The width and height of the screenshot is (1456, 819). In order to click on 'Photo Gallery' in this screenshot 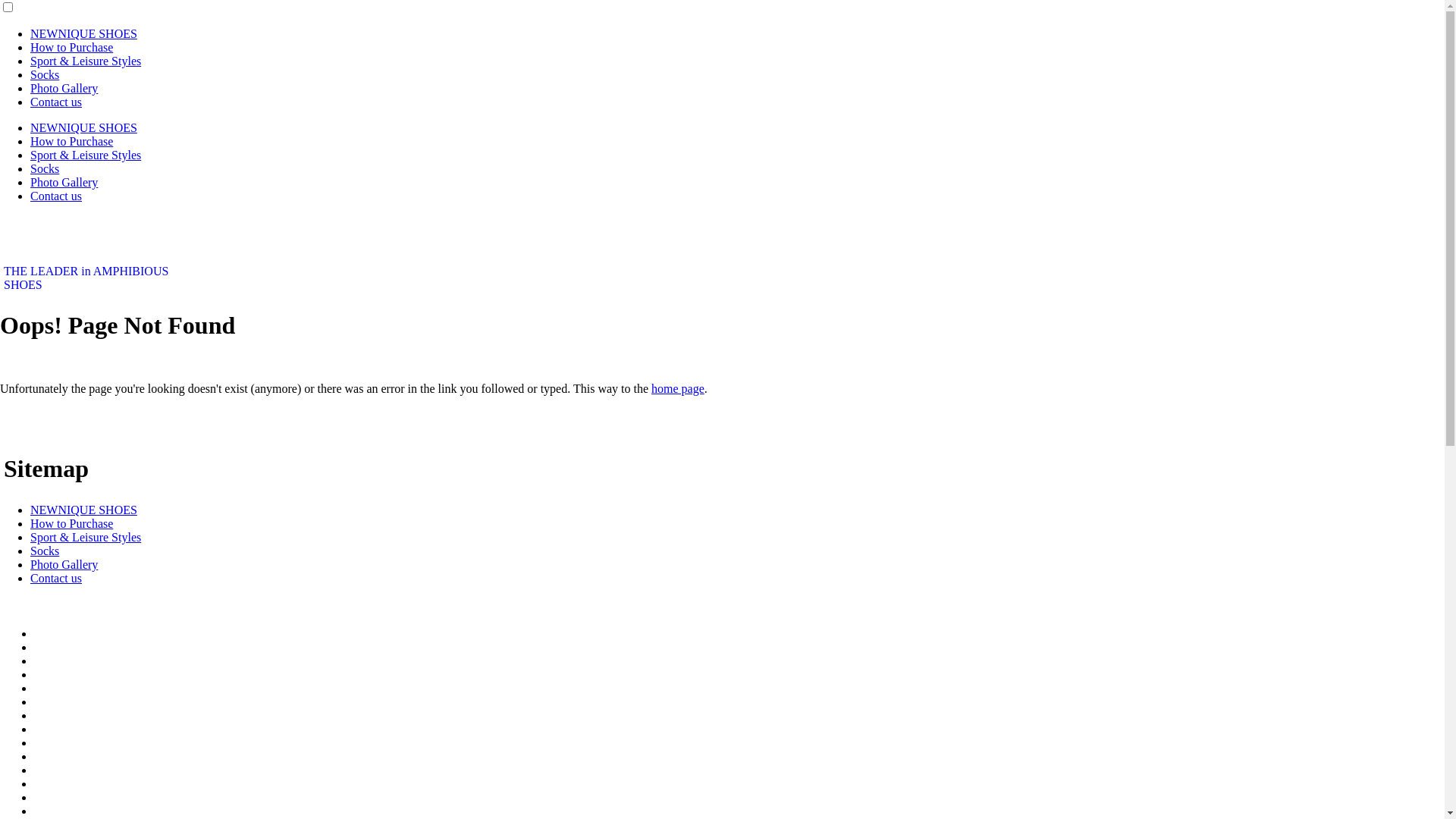, I will do `click(63, 181)`.